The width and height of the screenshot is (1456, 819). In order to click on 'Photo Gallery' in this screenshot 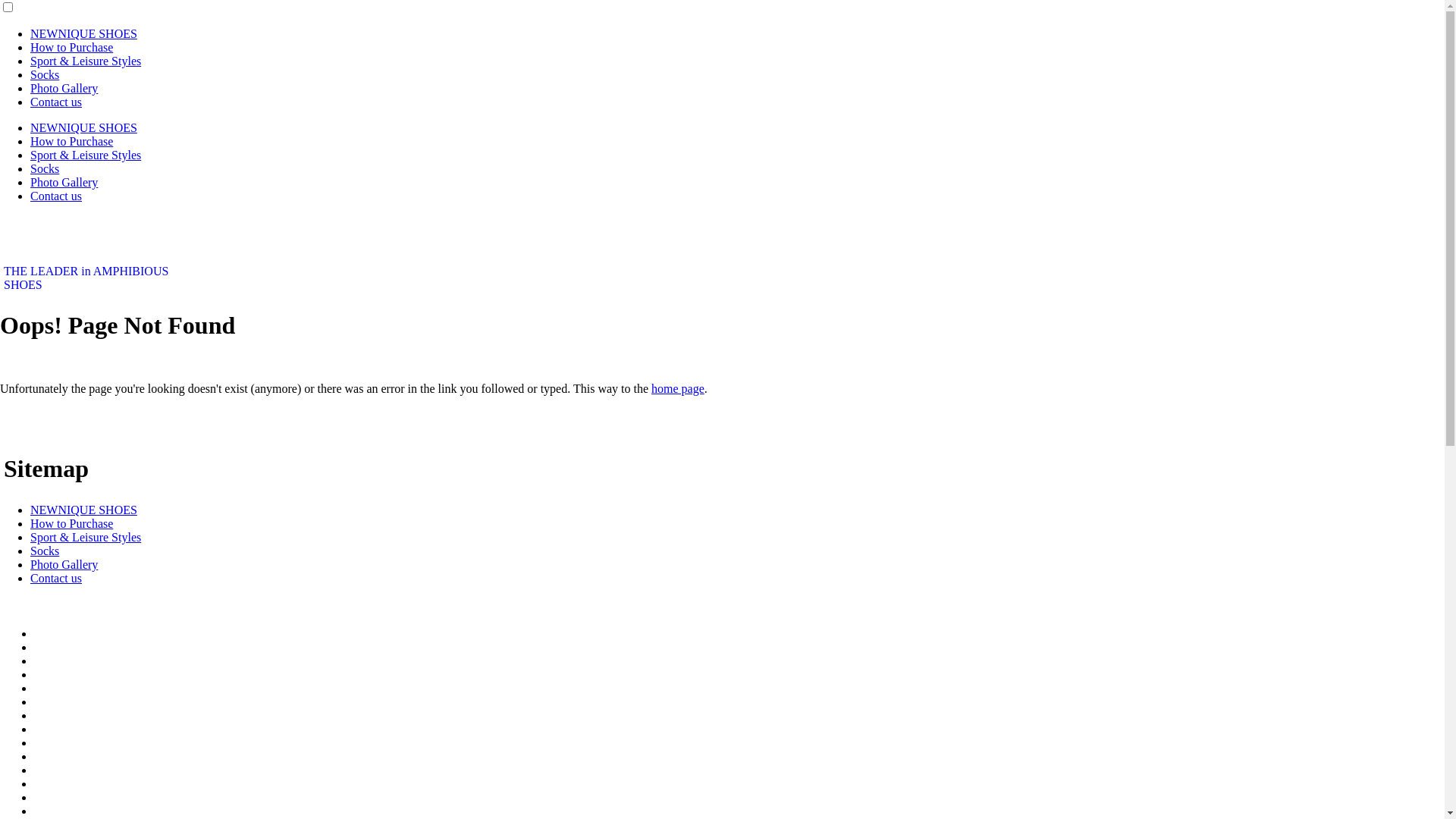, I will do `click(63, 181)`.